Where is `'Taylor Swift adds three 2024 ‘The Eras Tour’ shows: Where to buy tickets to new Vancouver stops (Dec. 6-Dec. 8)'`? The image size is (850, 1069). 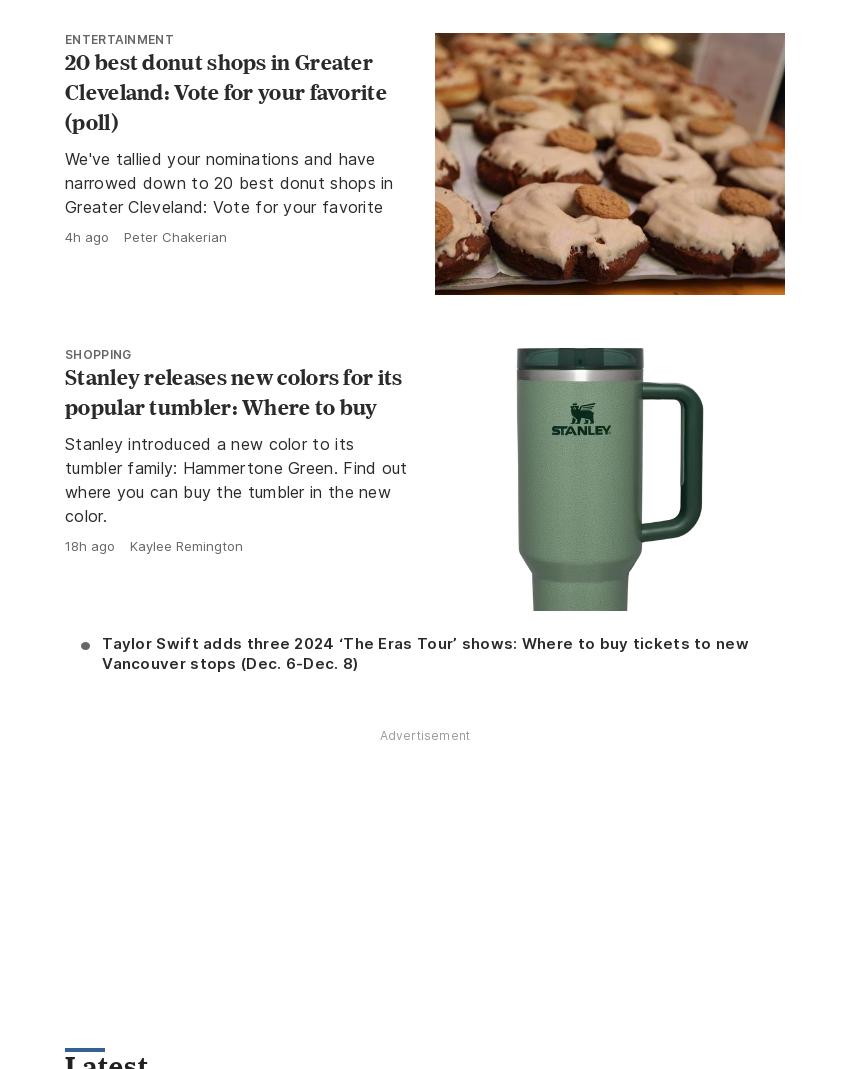 'Taylor Swift adds three 2024 ‘The Eras Tour’ shows: Where to buy tickets to new Vancouver stops (Dec. 6-Dec. 8)' is located at coordinates (425, 651).